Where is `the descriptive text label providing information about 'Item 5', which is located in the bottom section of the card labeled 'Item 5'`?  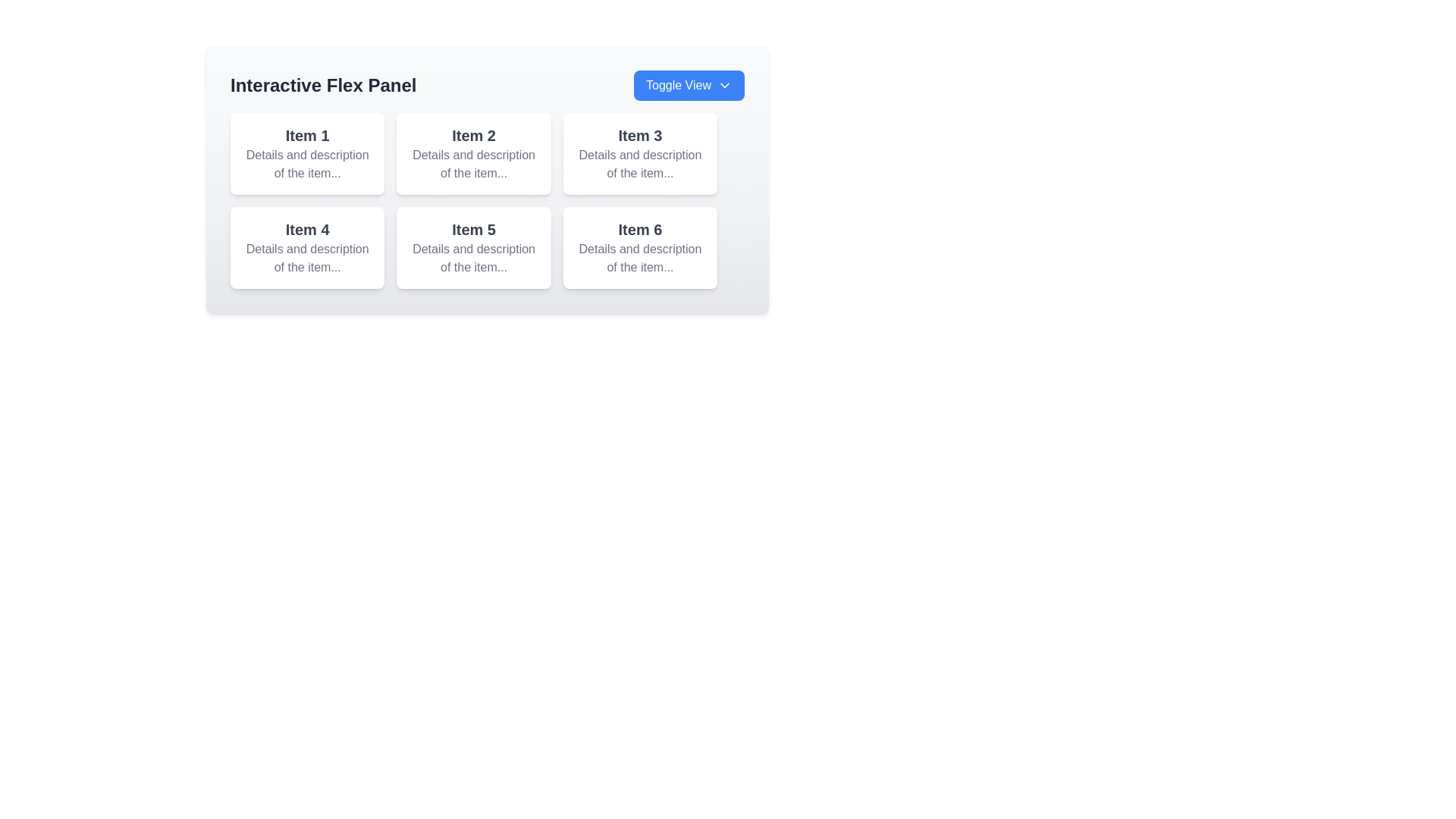 the descriptive text label providing information about 'Item 5', which is located in the bottom section of the card labeled 'Item 5' is located at coordinates (473, 257).